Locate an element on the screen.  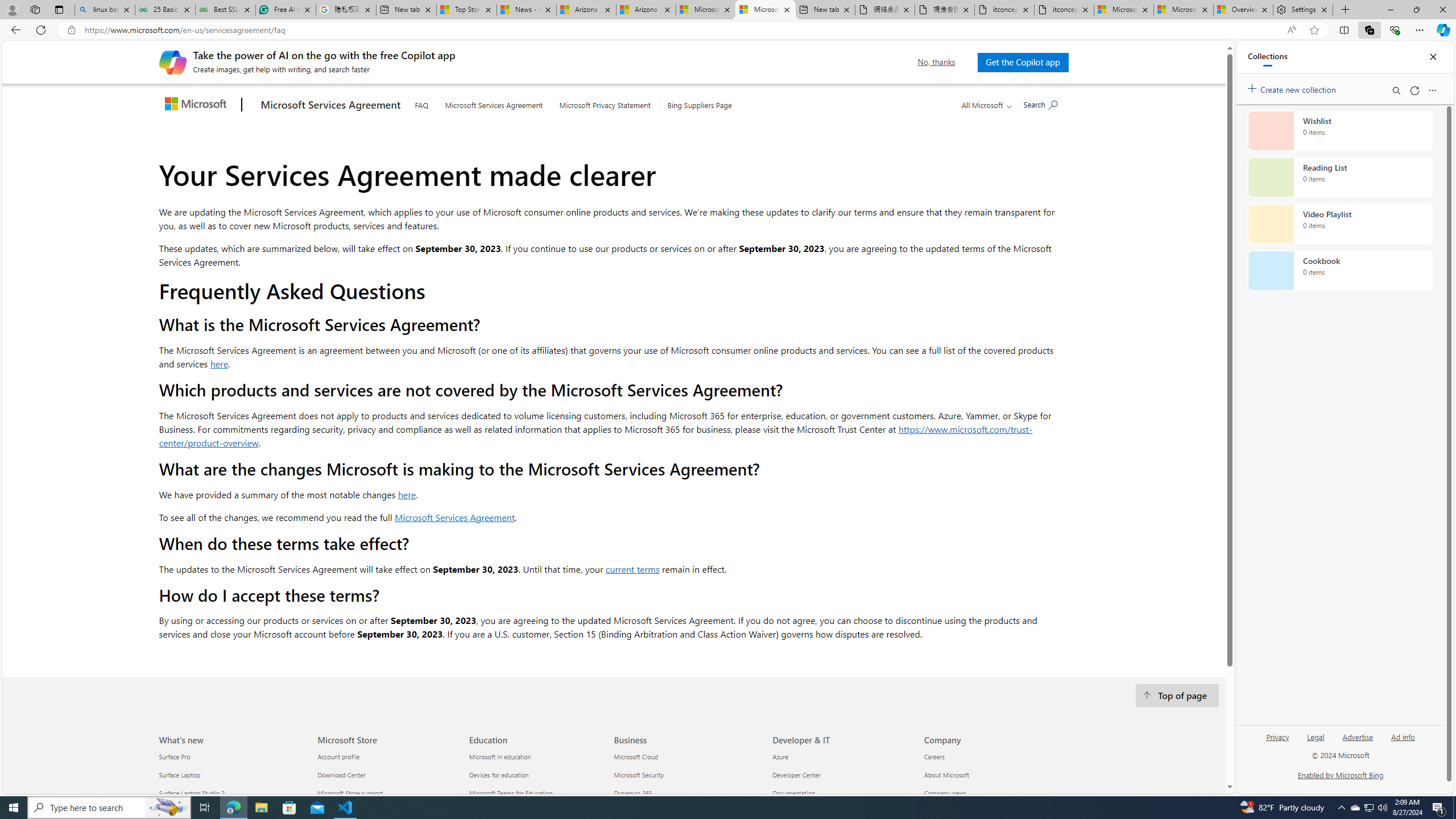
'Microsoft Privacy Statement' is located at coordinates (605, 102).